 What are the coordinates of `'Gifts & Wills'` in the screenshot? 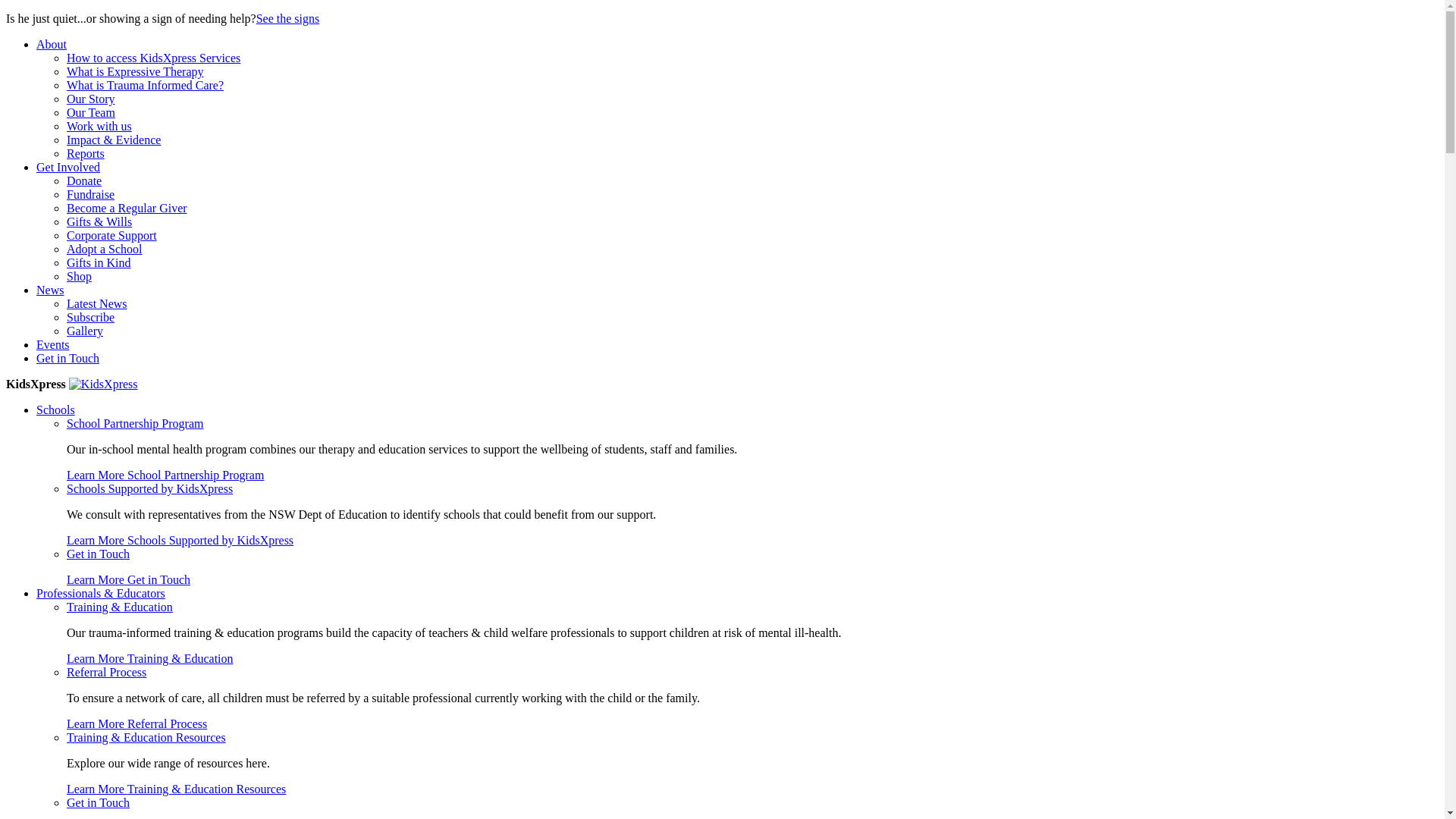 It's located at (98, 221).